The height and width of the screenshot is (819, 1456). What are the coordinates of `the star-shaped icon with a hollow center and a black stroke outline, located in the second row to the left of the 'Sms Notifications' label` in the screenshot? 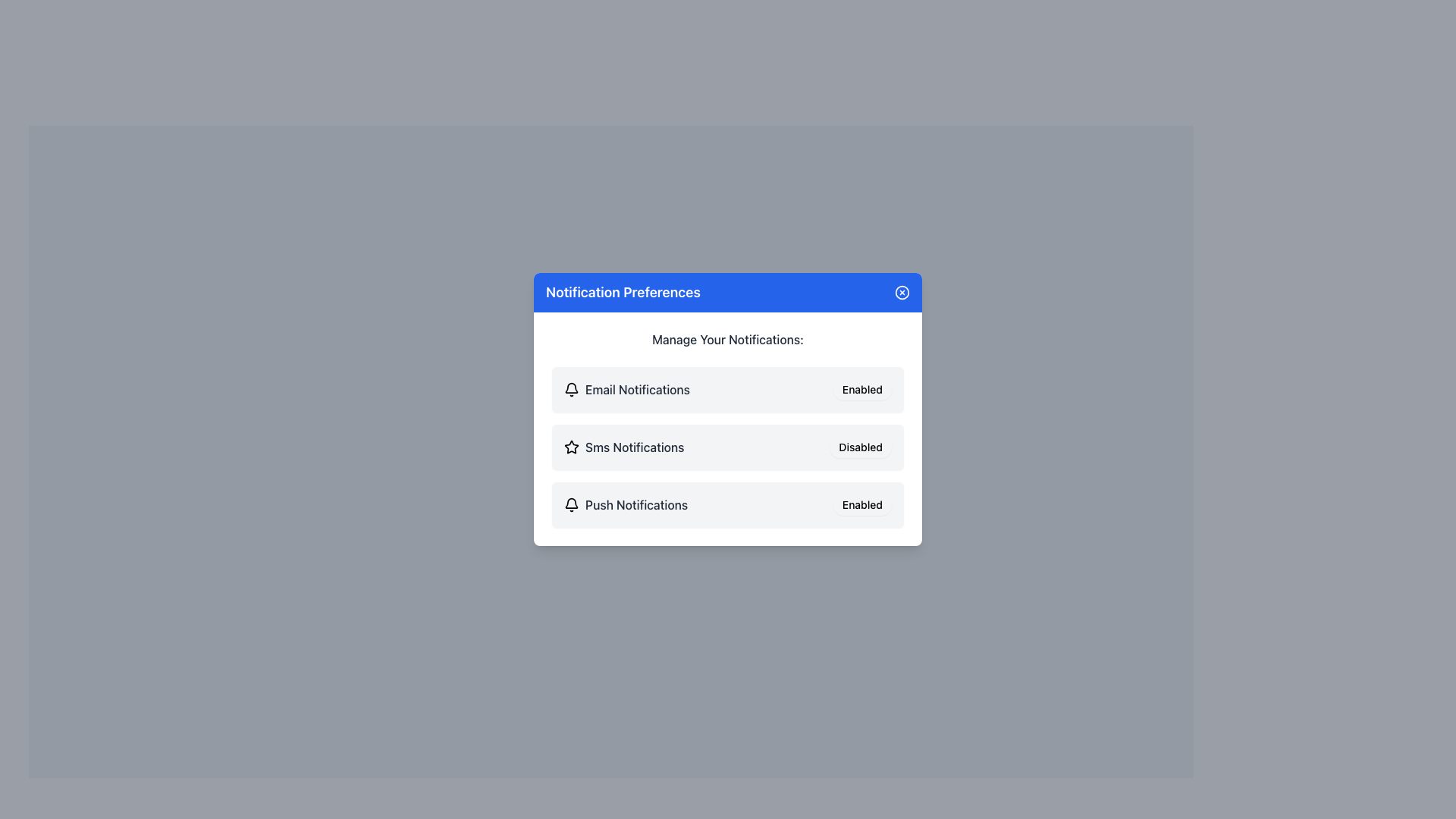 It's located at (570, 446).